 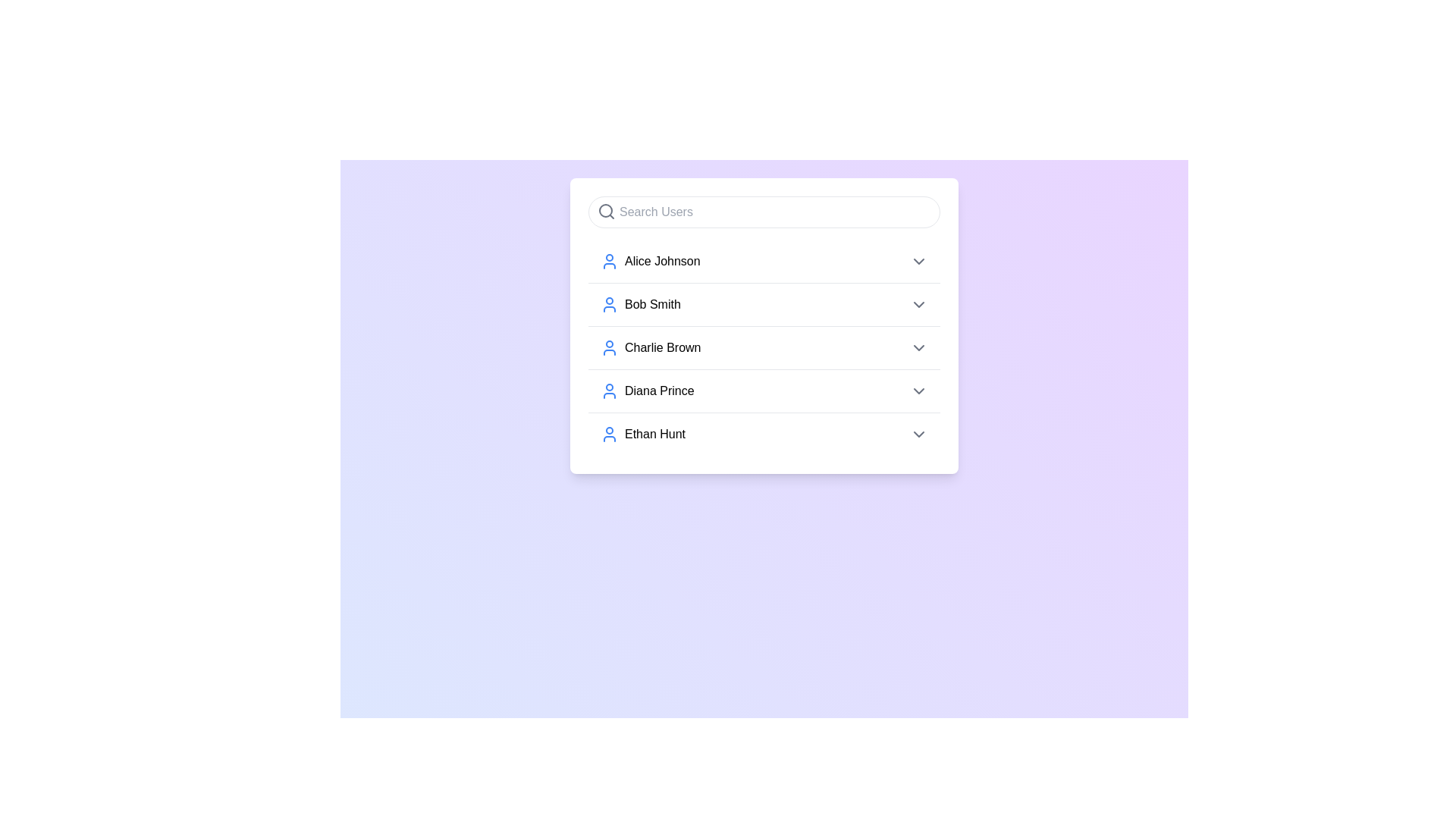 I want to click on the text label displaying the name 'Ethan Hunt', which is styled with a standard font and is the last entry in a vertical list of user entries within a dropdown-like component, so click(x=655, y=435).